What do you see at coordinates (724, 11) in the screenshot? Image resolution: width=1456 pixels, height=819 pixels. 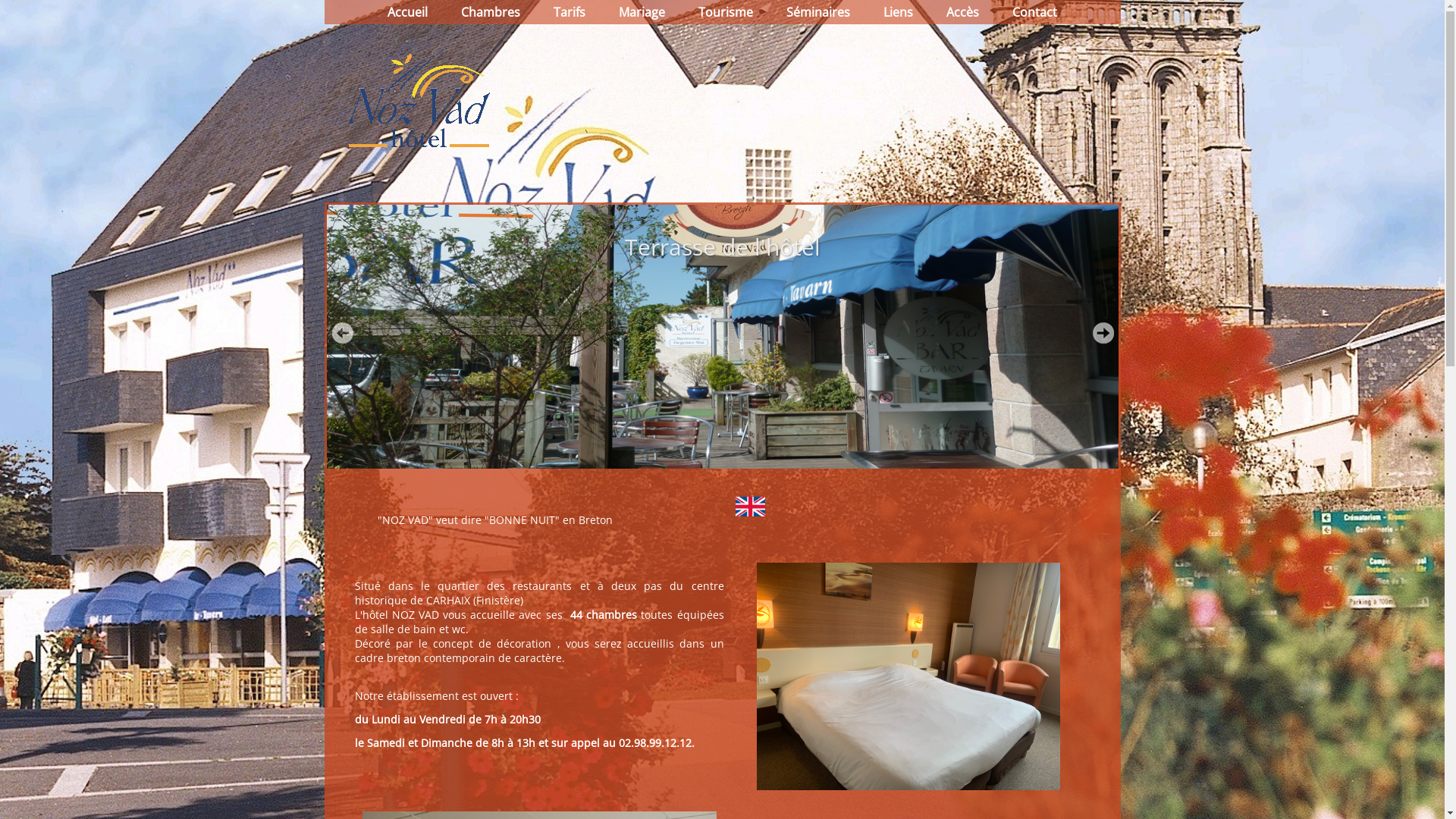 I see `'Tourisme'` at bounding box center [724, 11].